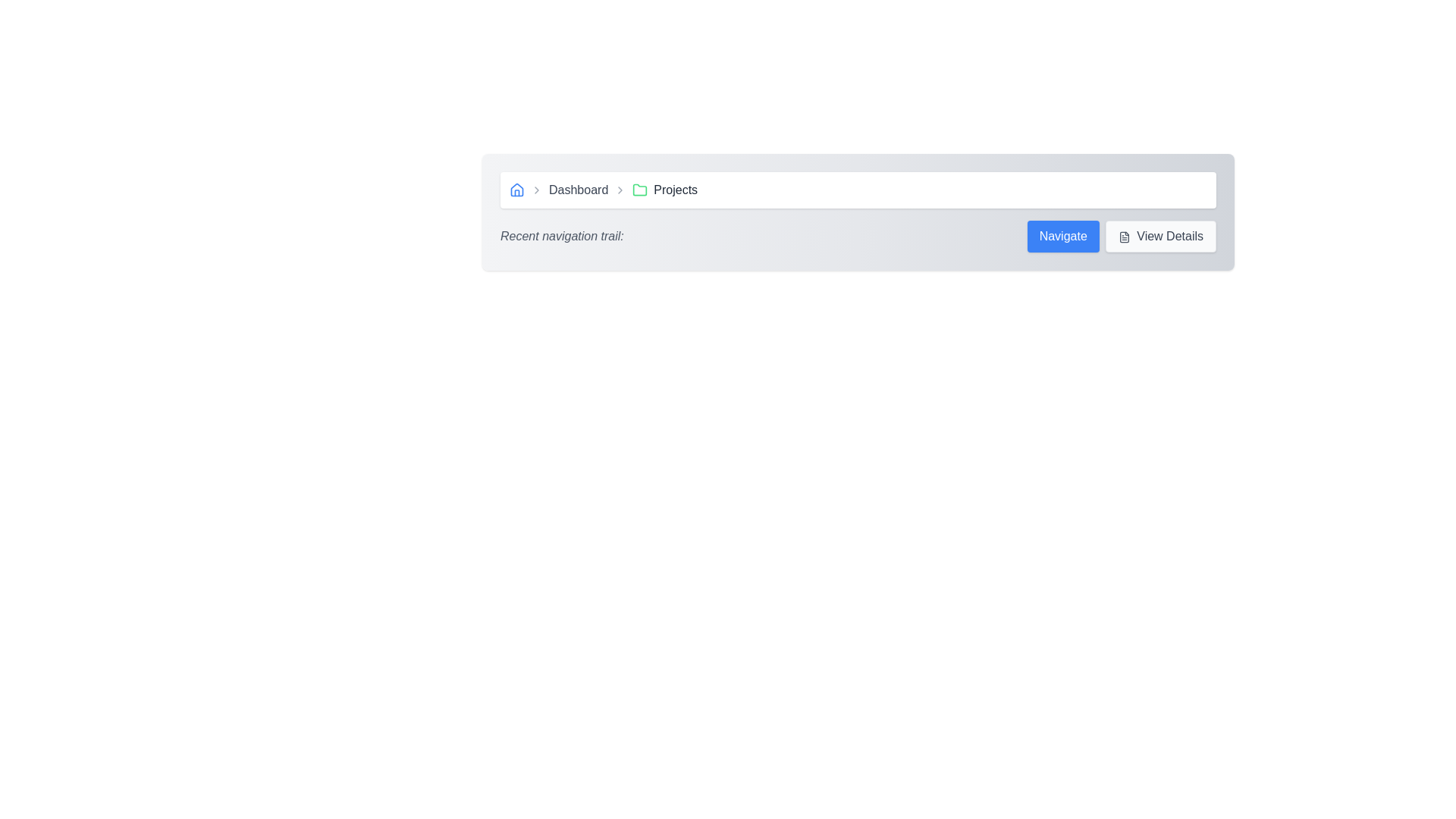 This screenshot has width=1456, height=819. I want to click on the 'View Details' button located in the lower-right part of the gray navigation bar within the 'Recent navigation trail:' section, so click(1122, 237).